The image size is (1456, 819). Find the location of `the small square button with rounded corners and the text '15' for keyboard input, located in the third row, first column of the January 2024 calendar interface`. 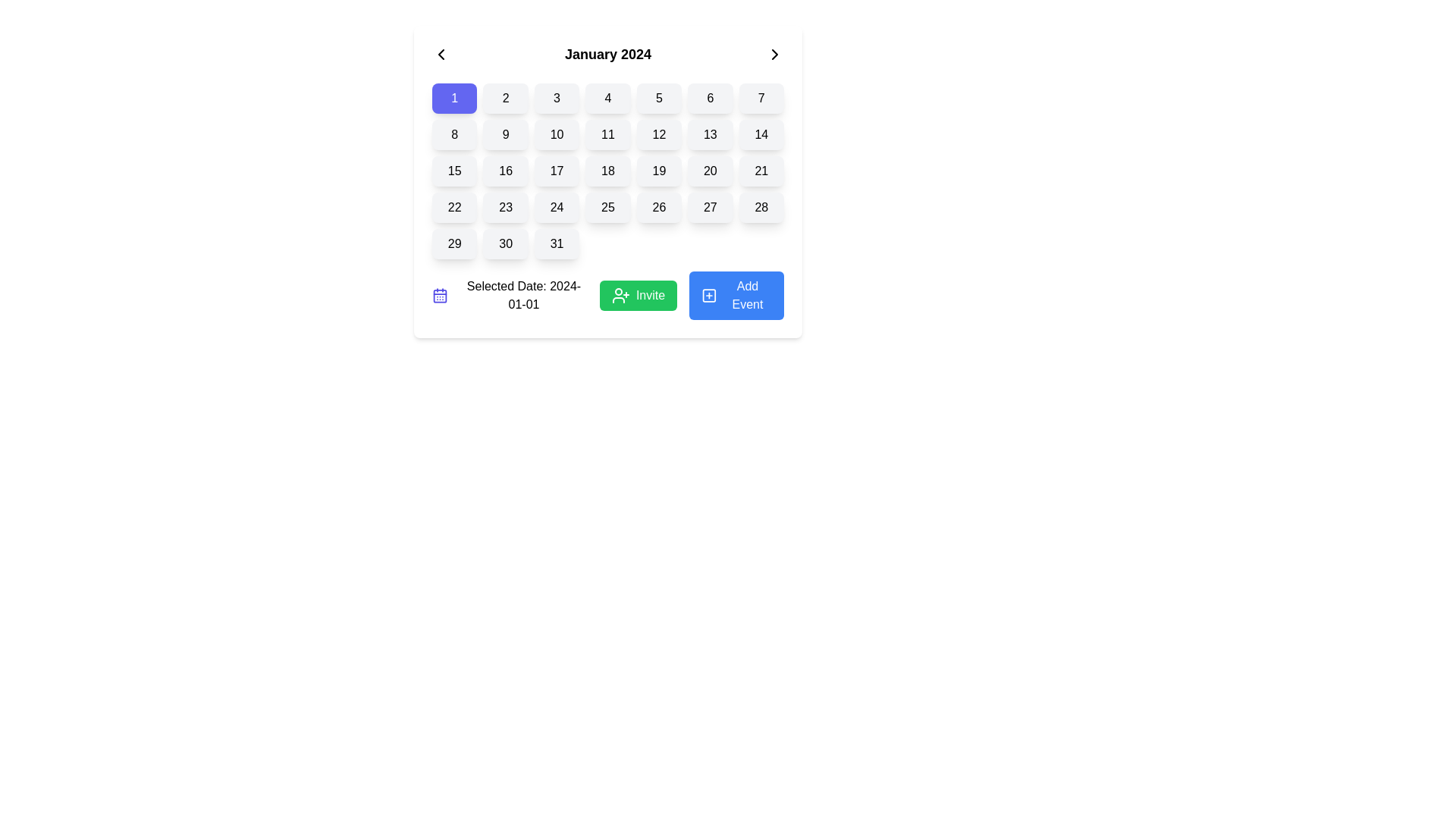

the small square button with rounded corners and the text '15' for keyboard input, located in the third row, first column of the January 2024 calendar interface is located at coordinates (453, 171).